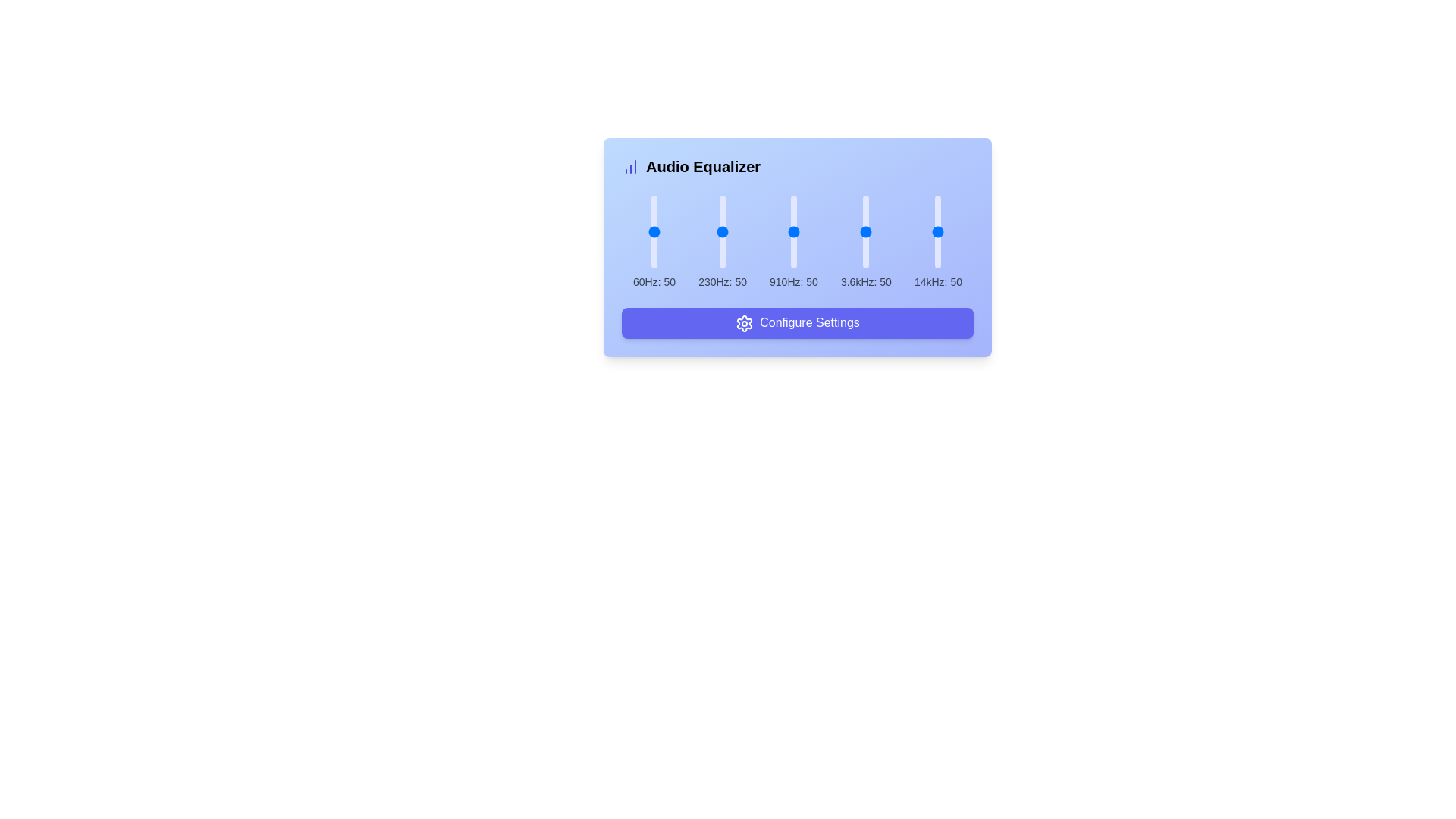  I want to click on the 230Hz slider value, so click(722, 233).